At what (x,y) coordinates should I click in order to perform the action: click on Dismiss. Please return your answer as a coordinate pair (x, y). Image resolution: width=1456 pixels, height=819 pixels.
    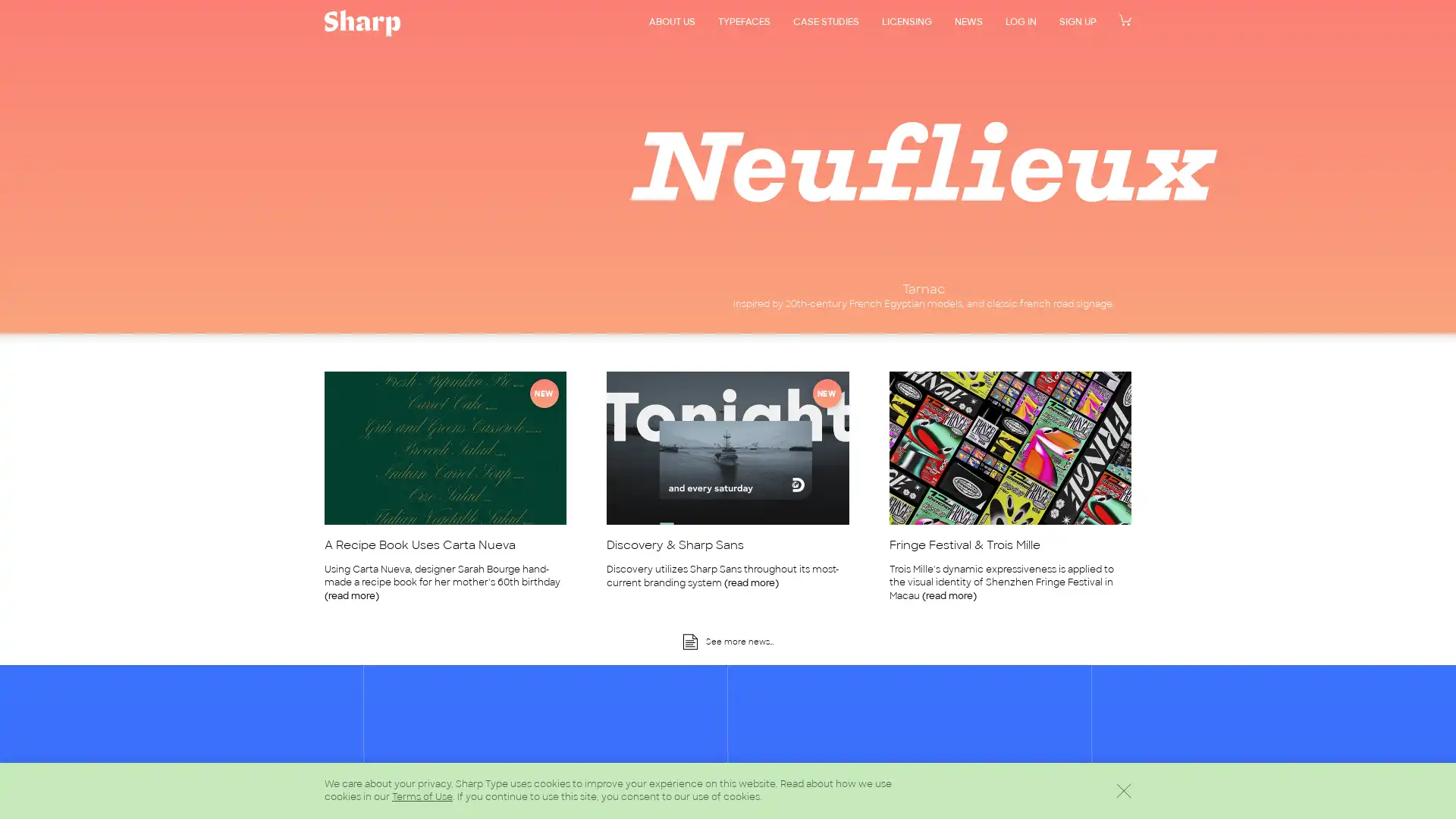
    Looking at the image, I should click on (1197, 637).